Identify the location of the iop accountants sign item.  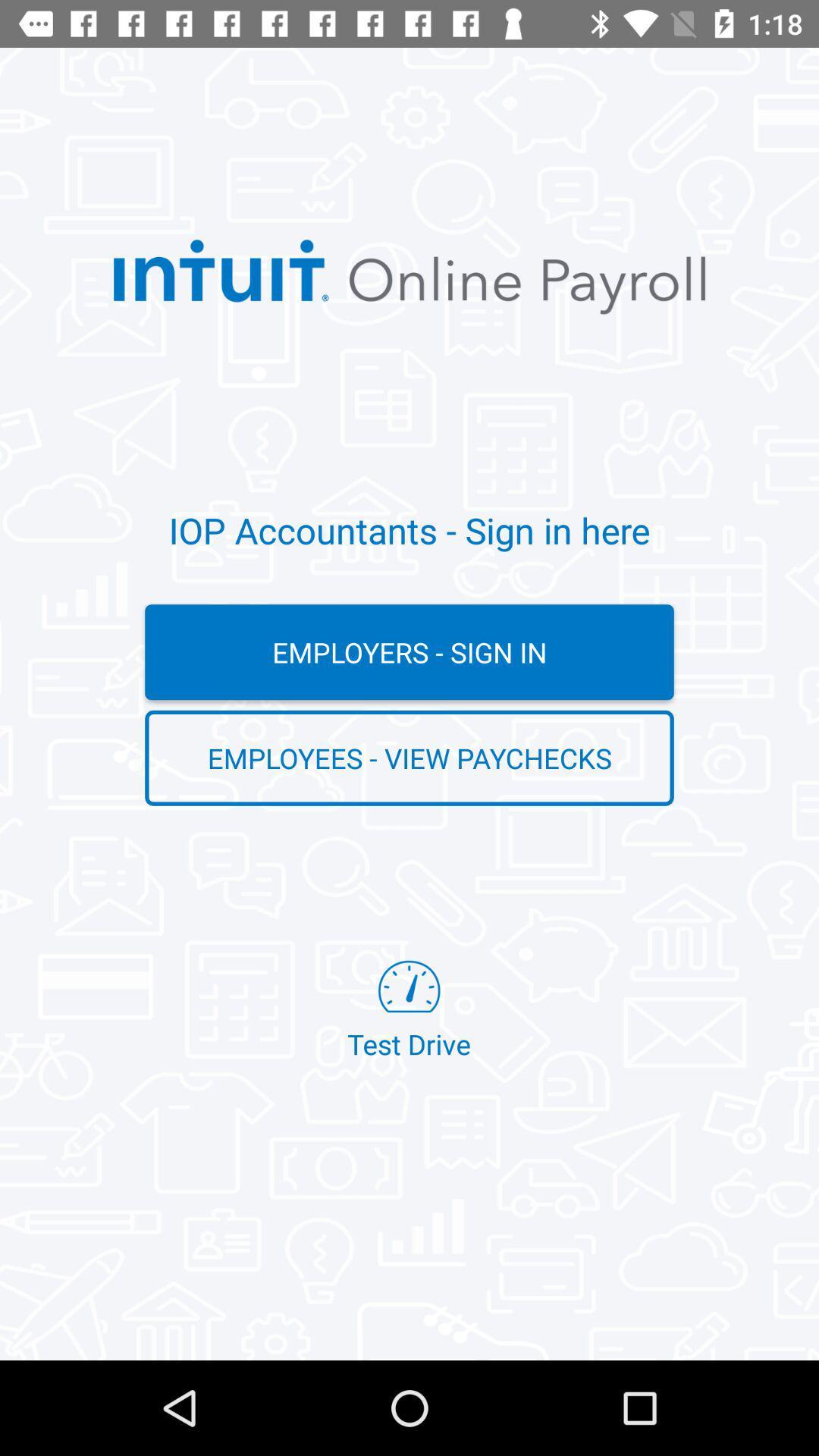
(409, 530).